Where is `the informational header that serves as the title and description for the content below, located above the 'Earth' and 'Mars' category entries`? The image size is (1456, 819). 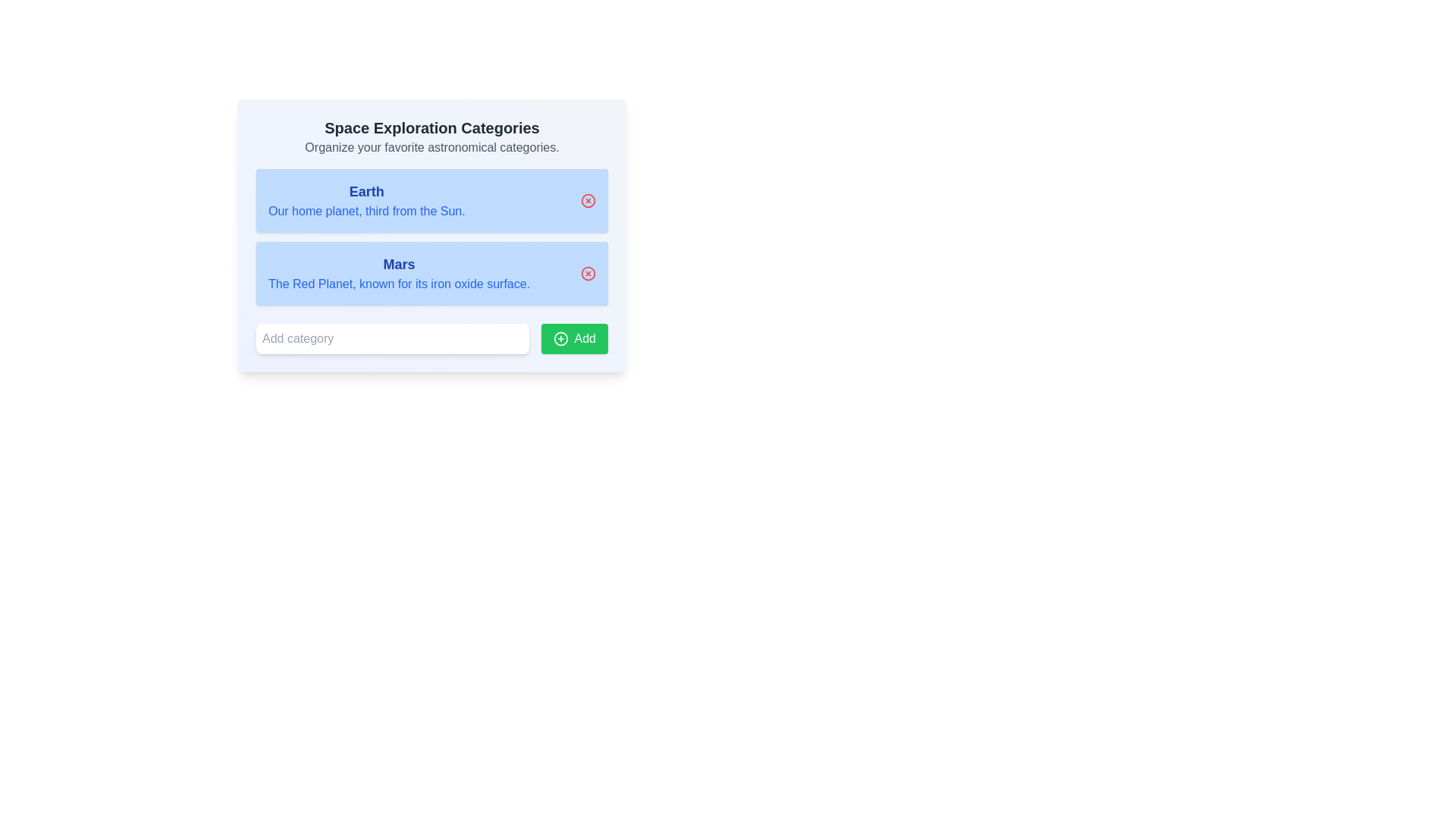
the informational header that serves as the title and description for the content below, located above the 'Earth' and 'Mars' category entries is located at coordinates (431, 137).